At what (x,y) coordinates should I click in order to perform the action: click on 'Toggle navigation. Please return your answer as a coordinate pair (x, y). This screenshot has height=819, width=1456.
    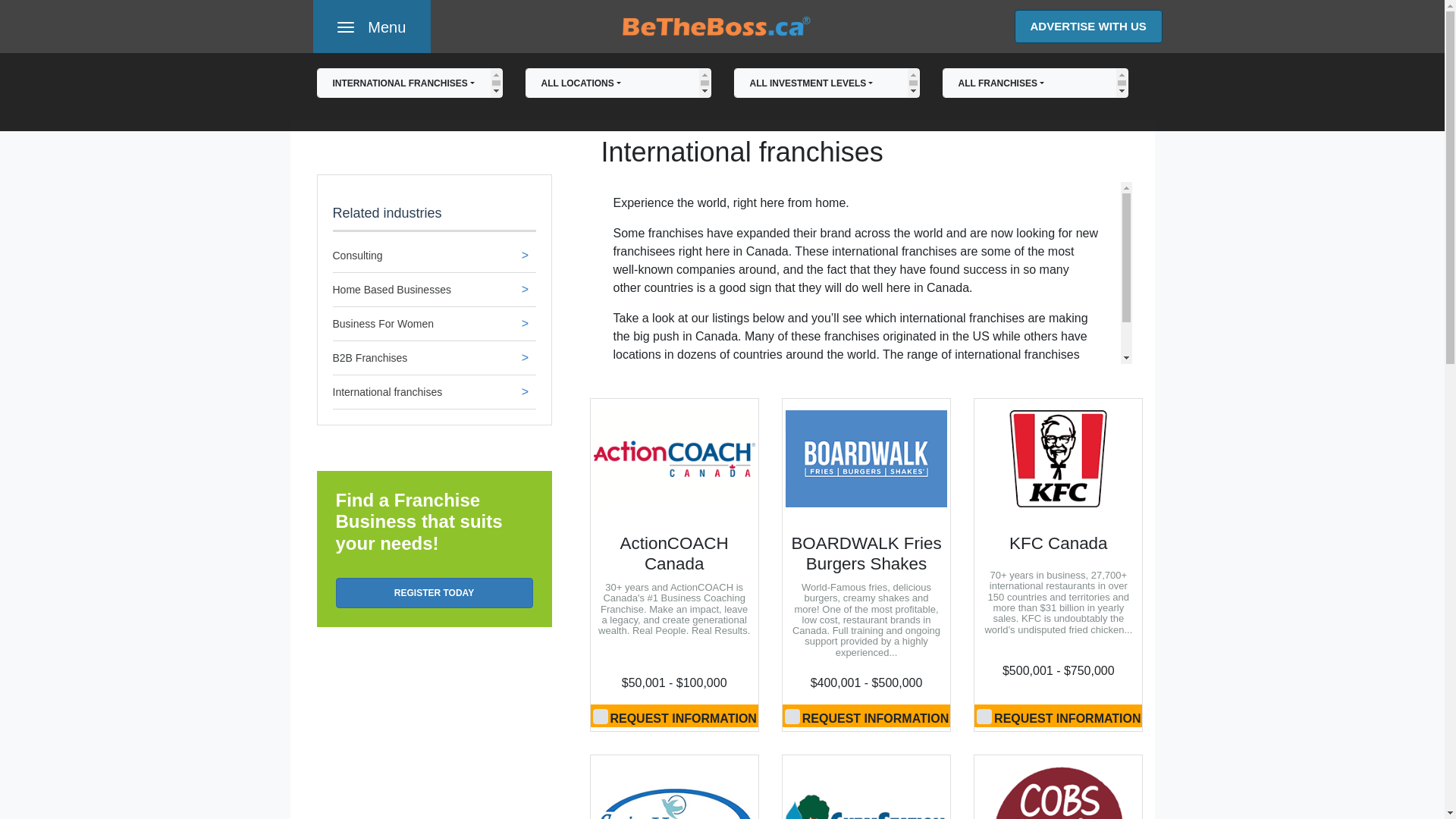
    Looking at the image, I should click on (312, 26).